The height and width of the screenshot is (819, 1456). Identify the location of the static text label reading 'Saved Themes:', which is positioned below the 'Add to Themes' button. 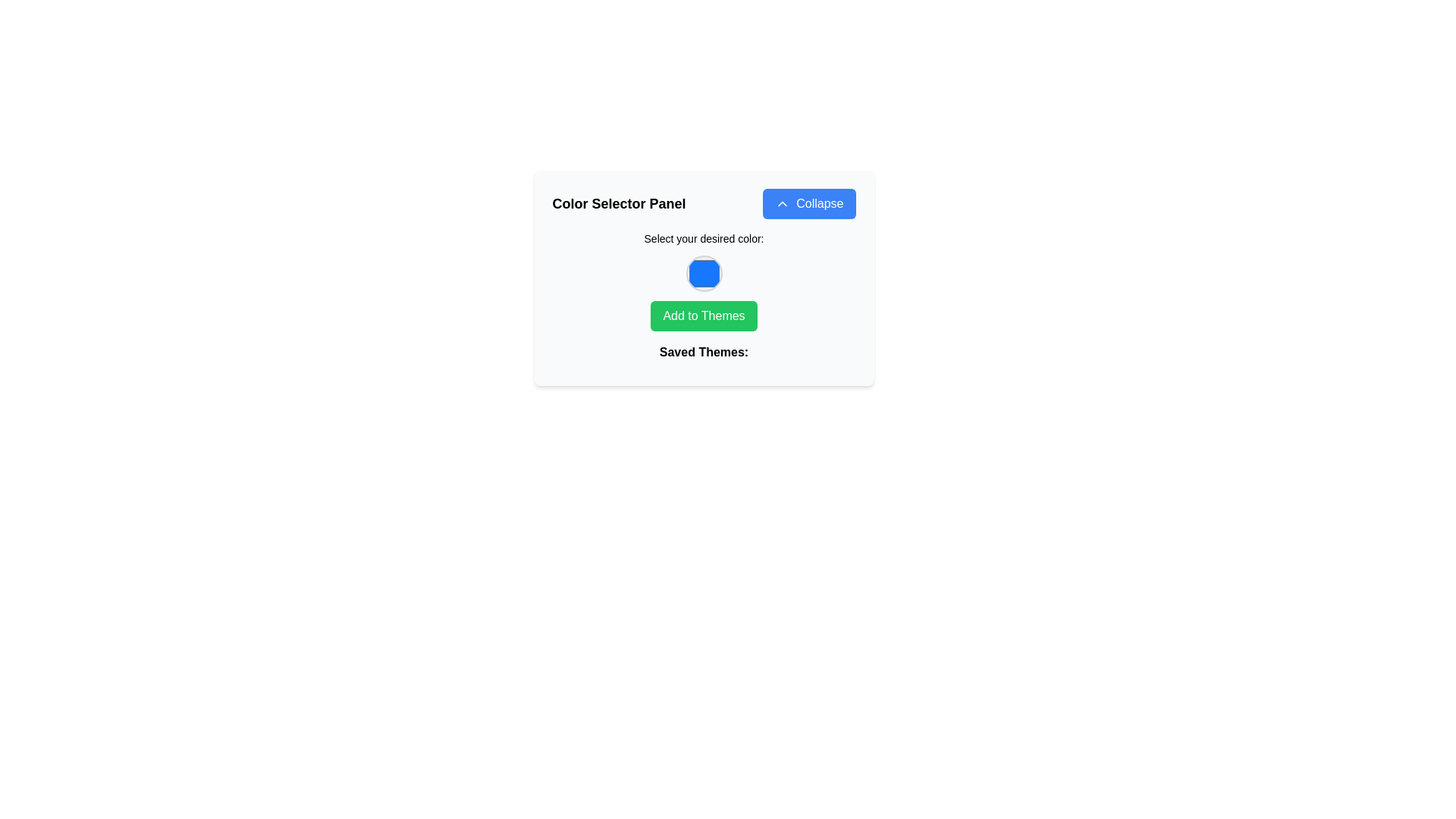
(703, 356).